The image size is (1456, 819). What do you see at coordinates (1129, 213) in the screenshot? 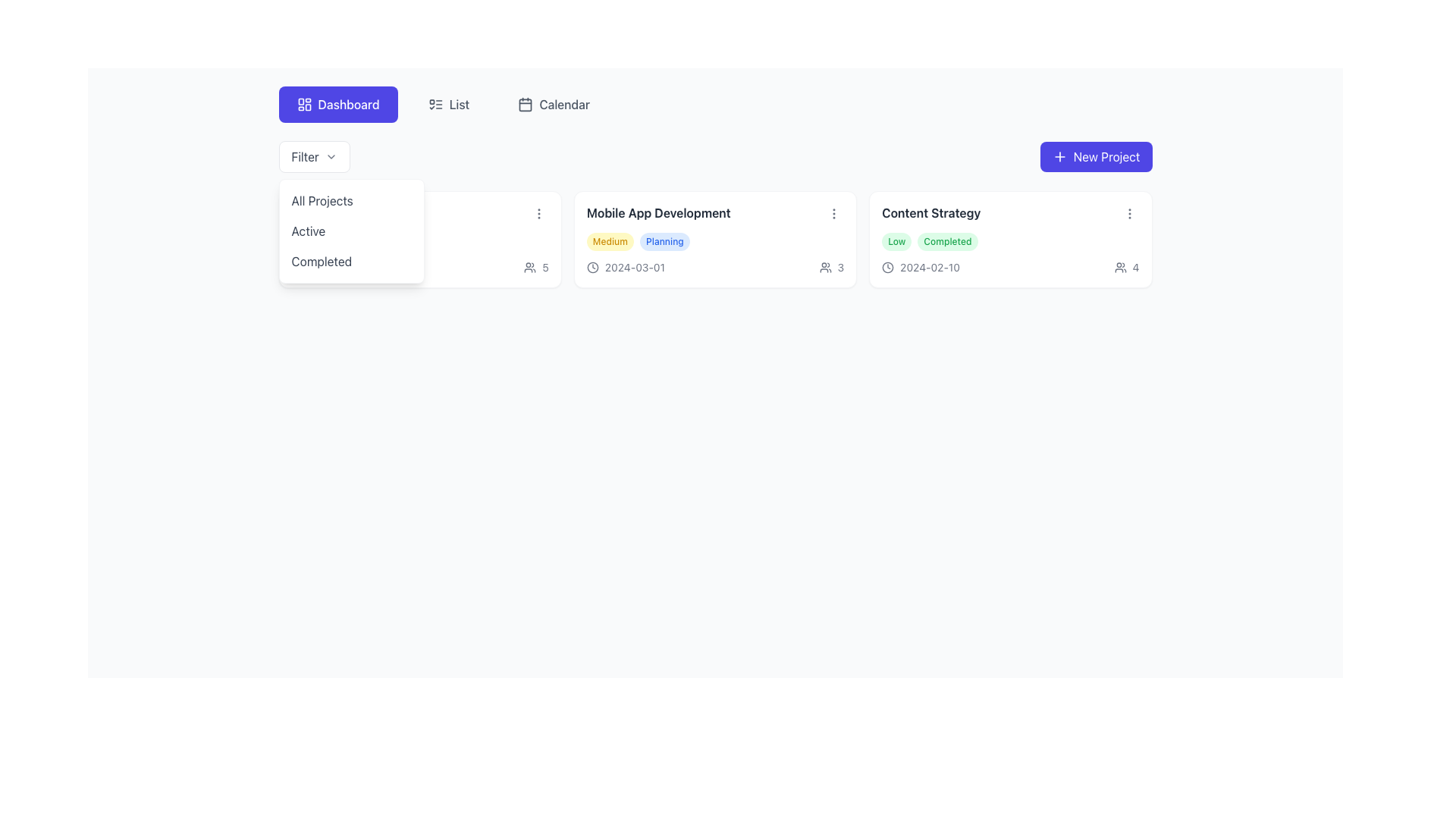
I see `the button located at the top-right corner of the 'Content Strategy' card` at bounding box center [1129, 213].